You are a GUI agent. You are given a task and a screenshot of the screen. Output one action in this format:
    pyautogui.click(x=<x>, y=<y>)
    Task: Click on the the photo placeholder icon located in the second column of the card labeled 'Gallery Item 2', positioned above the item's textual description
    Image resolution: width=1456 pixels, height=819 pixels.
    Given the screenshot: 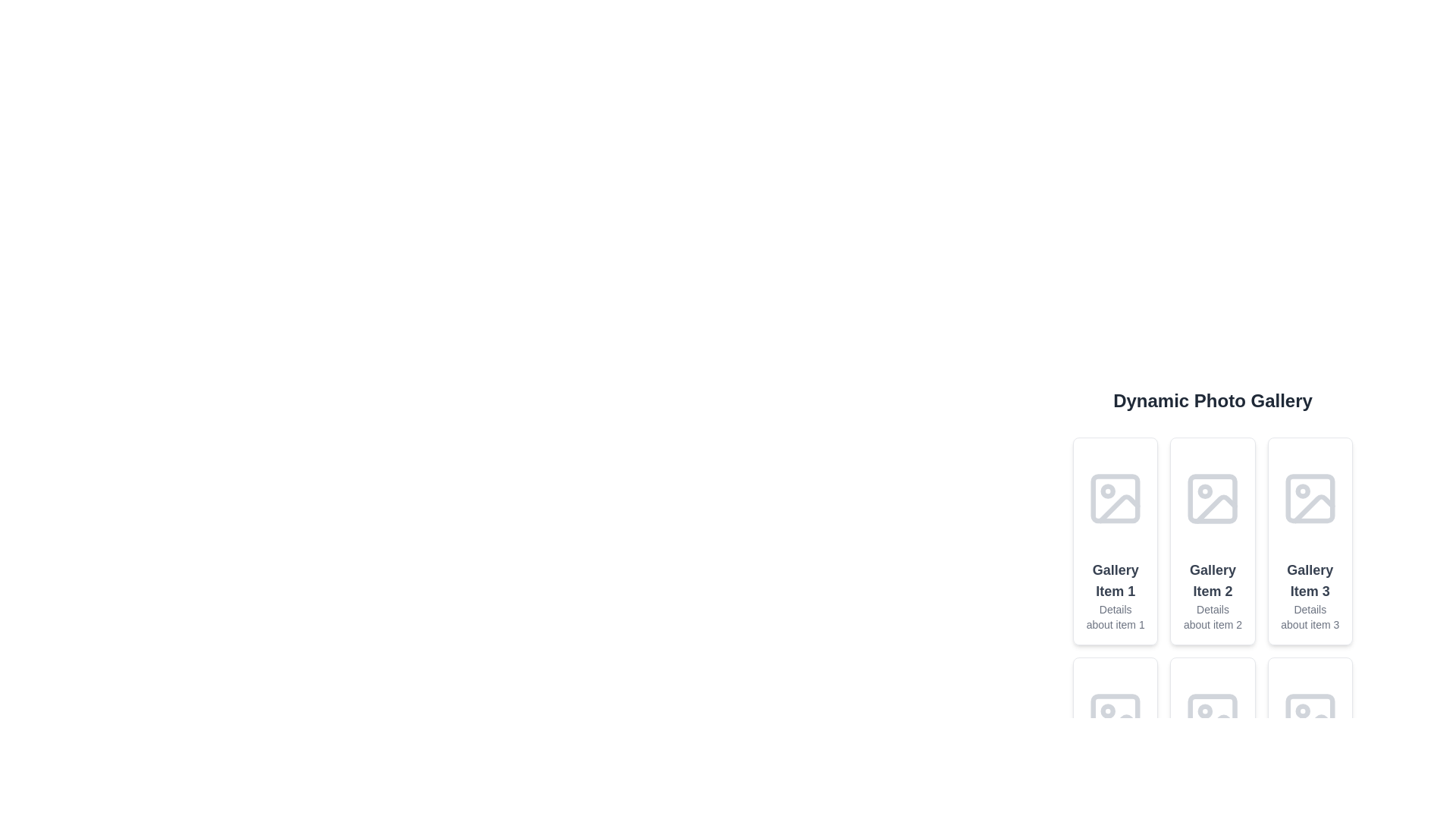 What is the action you would take?
    pyautogui.click(x=1212, y=499)
    